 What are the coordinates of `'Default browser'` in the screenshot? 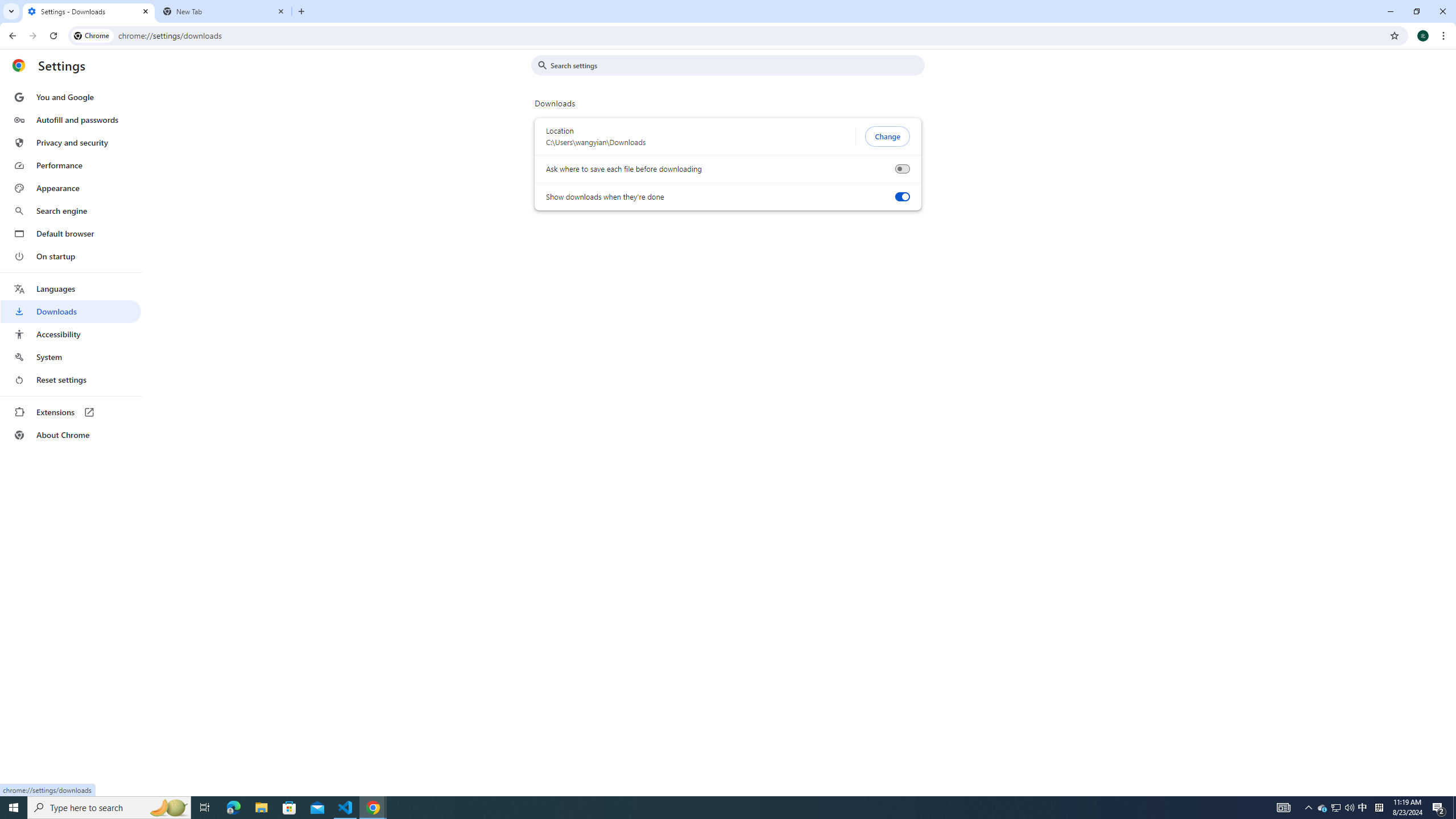 It's located at (70, 233).